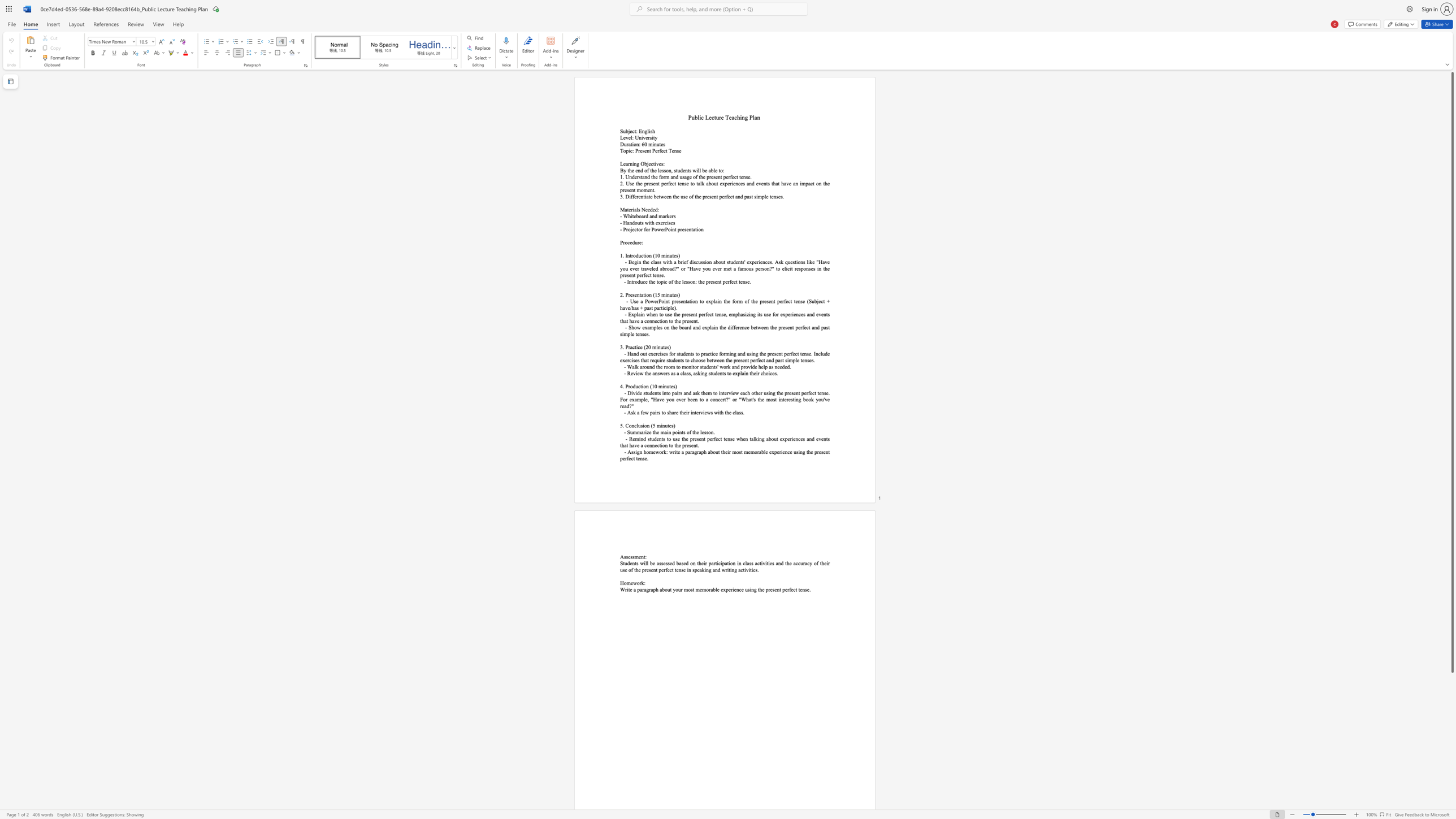 The width and height of the screenshot is (1456, 819). What do you see at coordinates (735, 412) in the screenshot?
I see `the 1th character "l" in the text` at bounding box center [735, 412].